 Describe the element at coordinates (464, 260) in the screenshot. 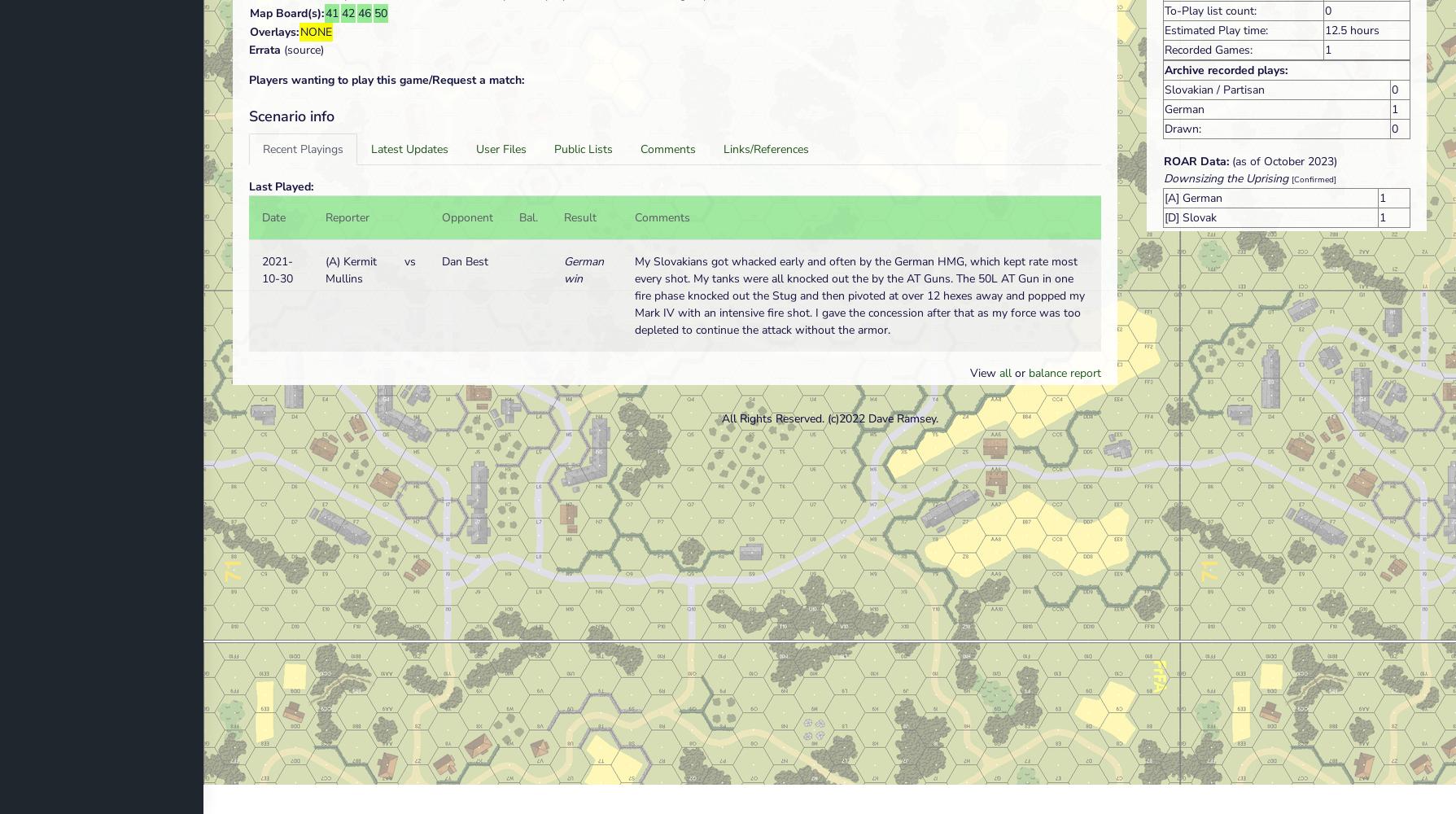

I see `'Dan Best'` at that location.